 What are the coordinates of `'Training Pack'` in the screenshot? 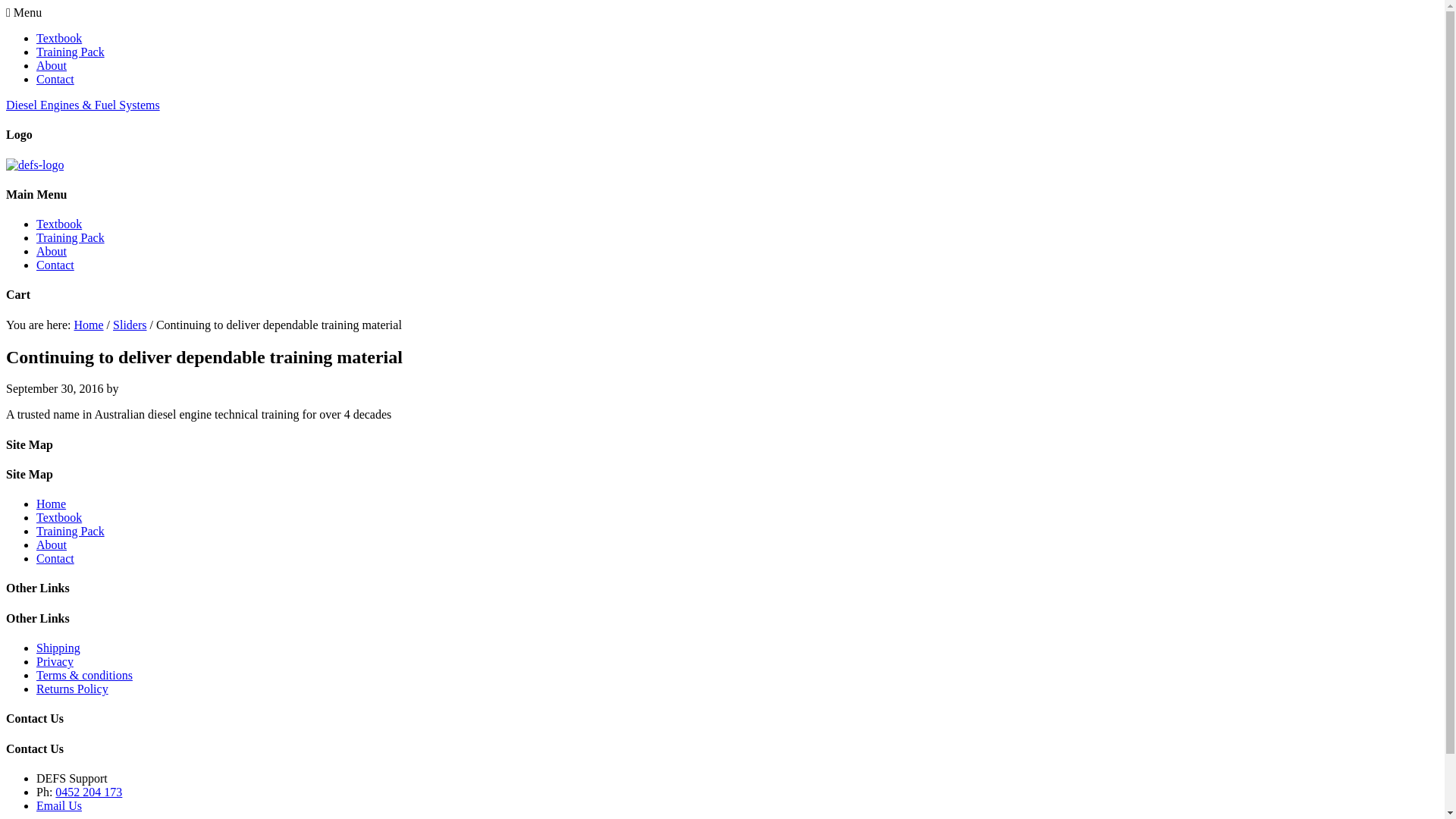 It's located at (69, 51).